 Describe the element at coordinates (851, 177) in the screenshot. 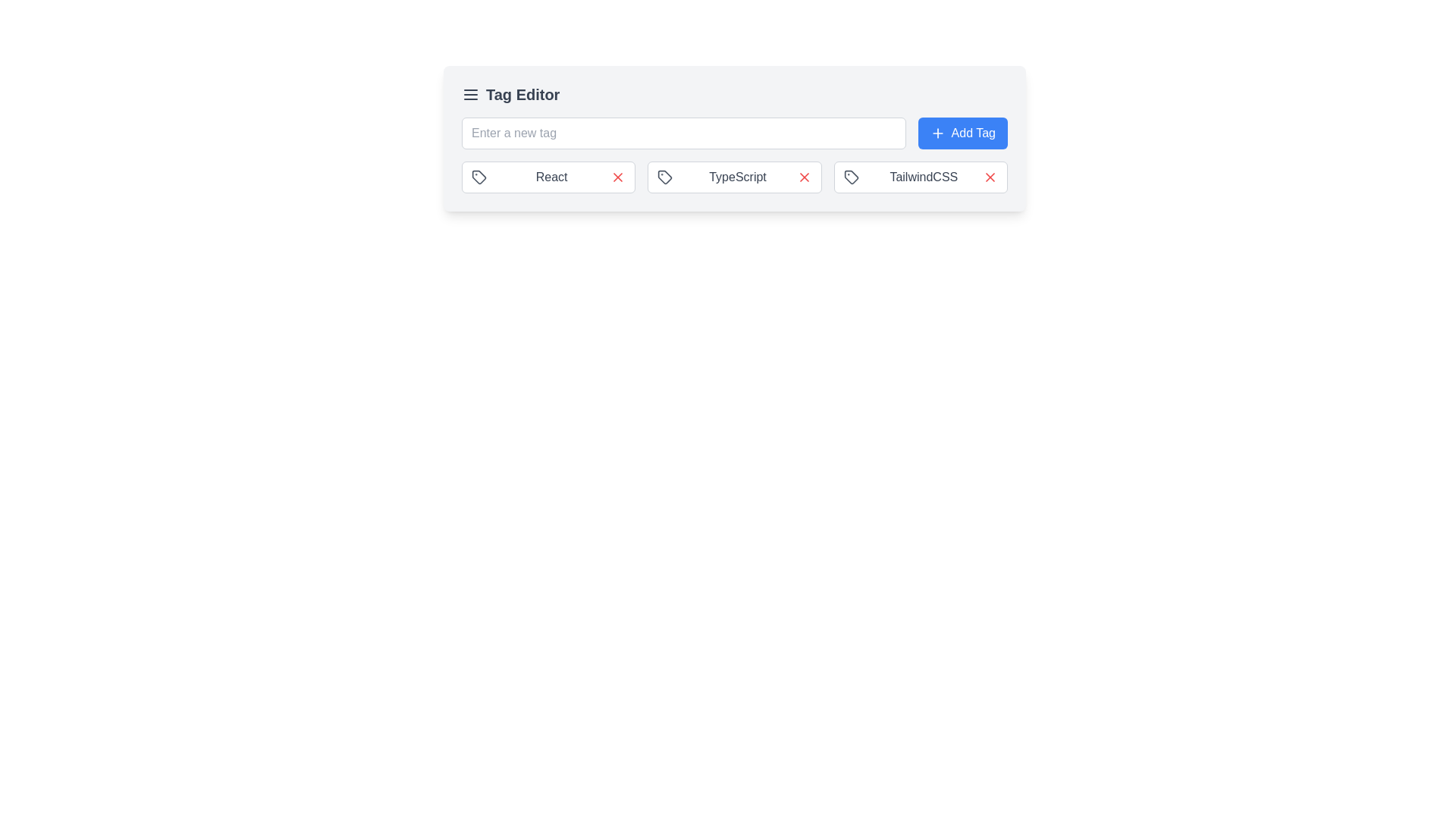

I see `the tag icon located to the left of the 'TailwindCSS' text` at that location.